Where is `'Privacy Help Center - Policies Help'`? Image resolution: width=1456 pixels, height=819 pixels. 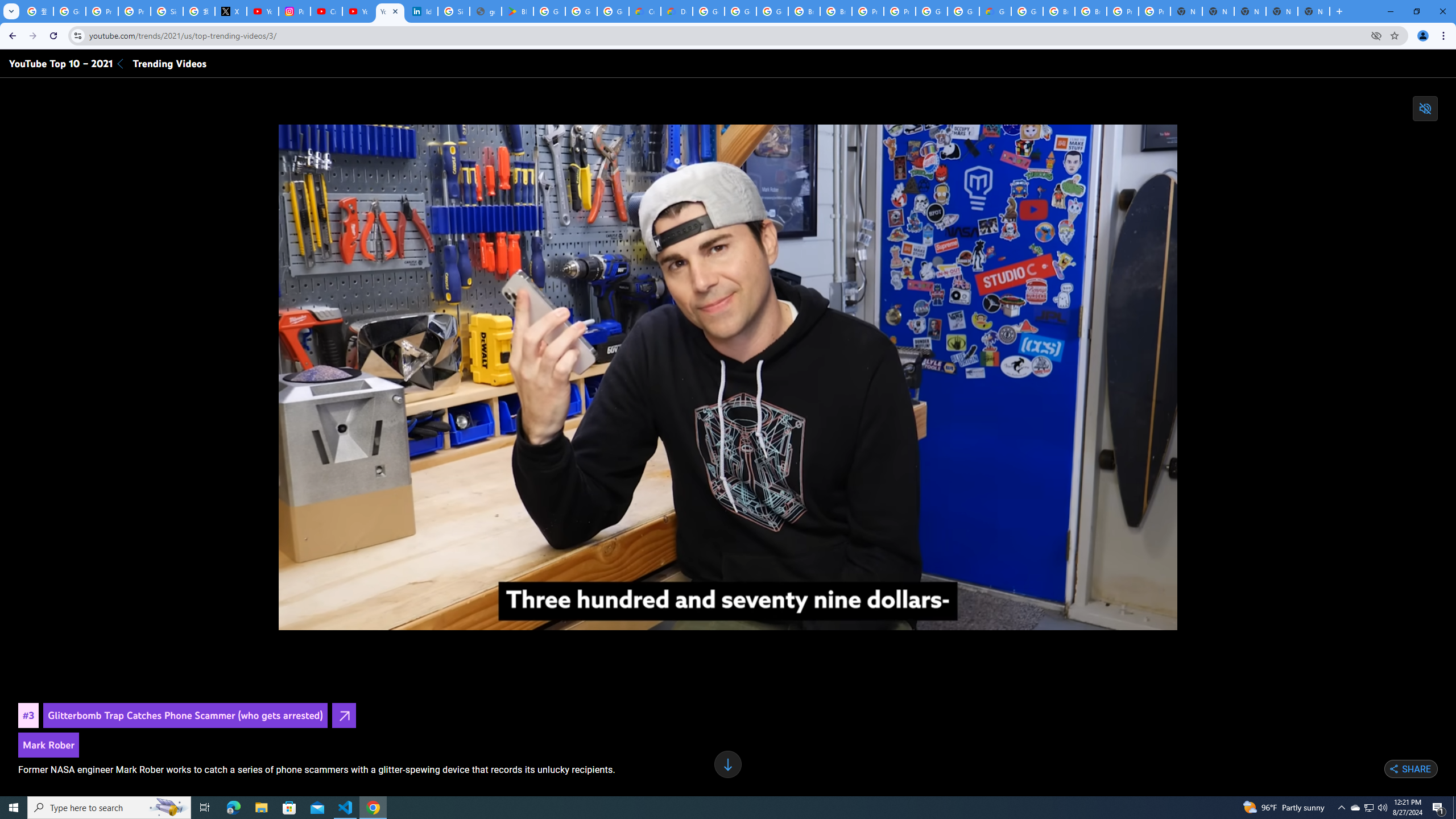
'Privacy Help Center - Policies Help' is located at coordinates (102, 11).